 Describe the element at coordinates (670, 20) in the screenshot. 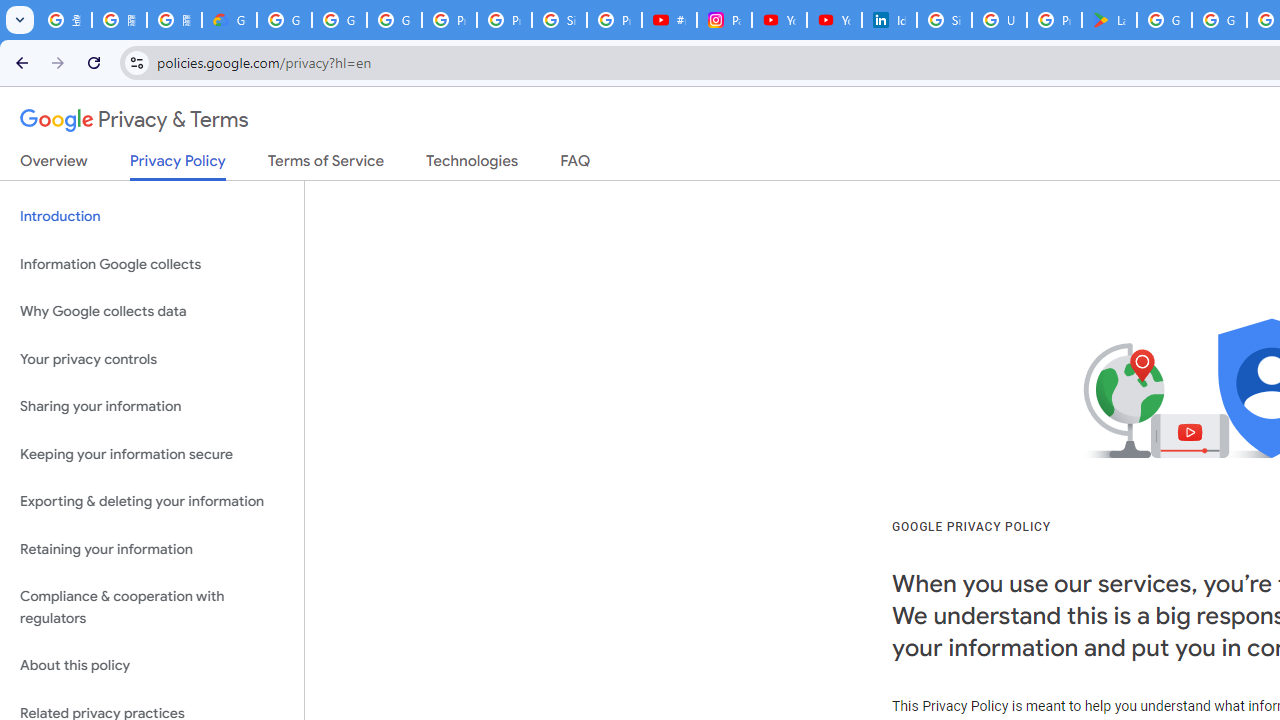

I see `'#nbabasketballhighlights - YouTube'` at that location.